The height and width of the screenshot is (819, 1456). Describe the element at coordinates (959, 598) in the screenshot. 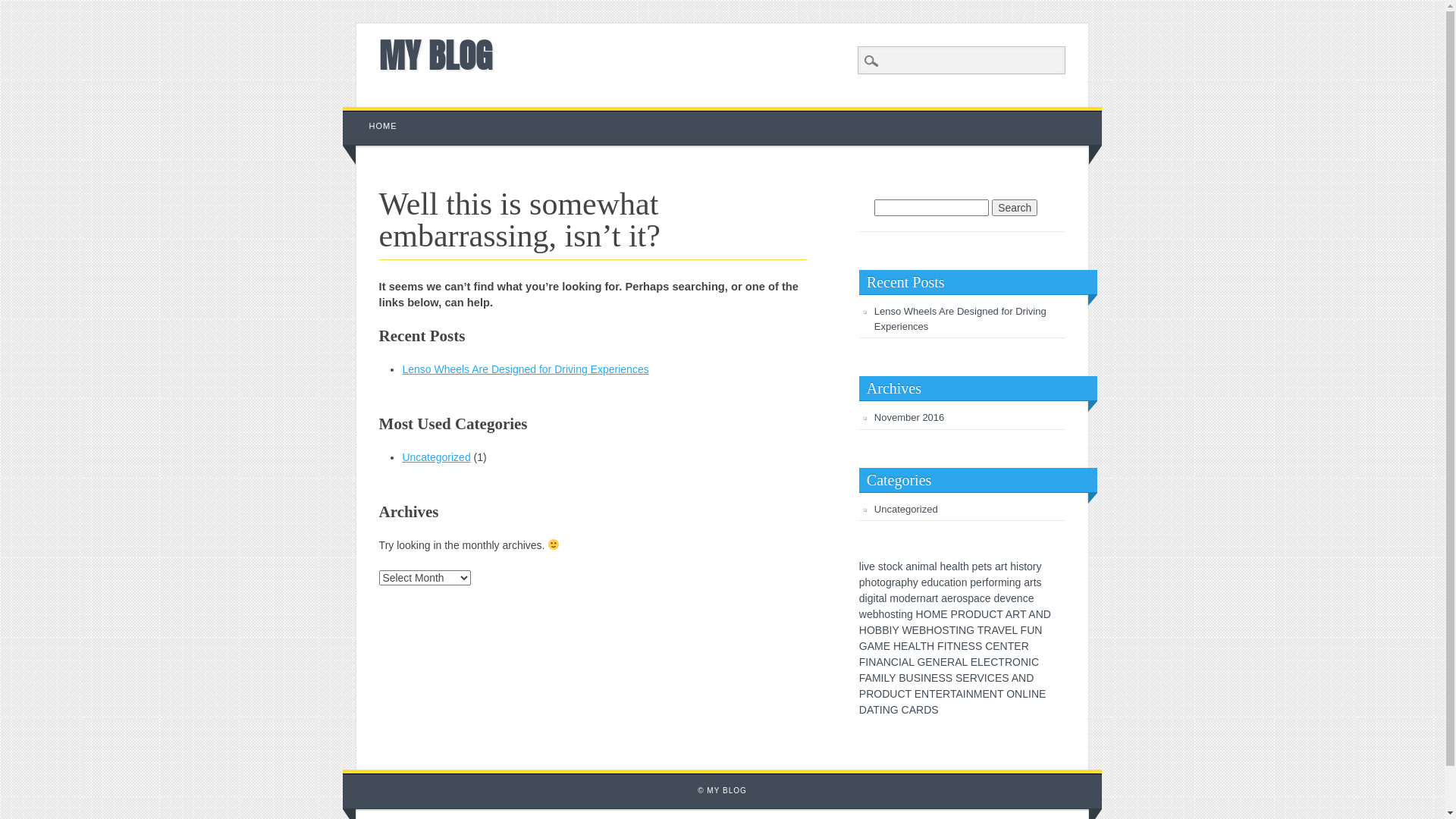

I see `'o'` at that location.